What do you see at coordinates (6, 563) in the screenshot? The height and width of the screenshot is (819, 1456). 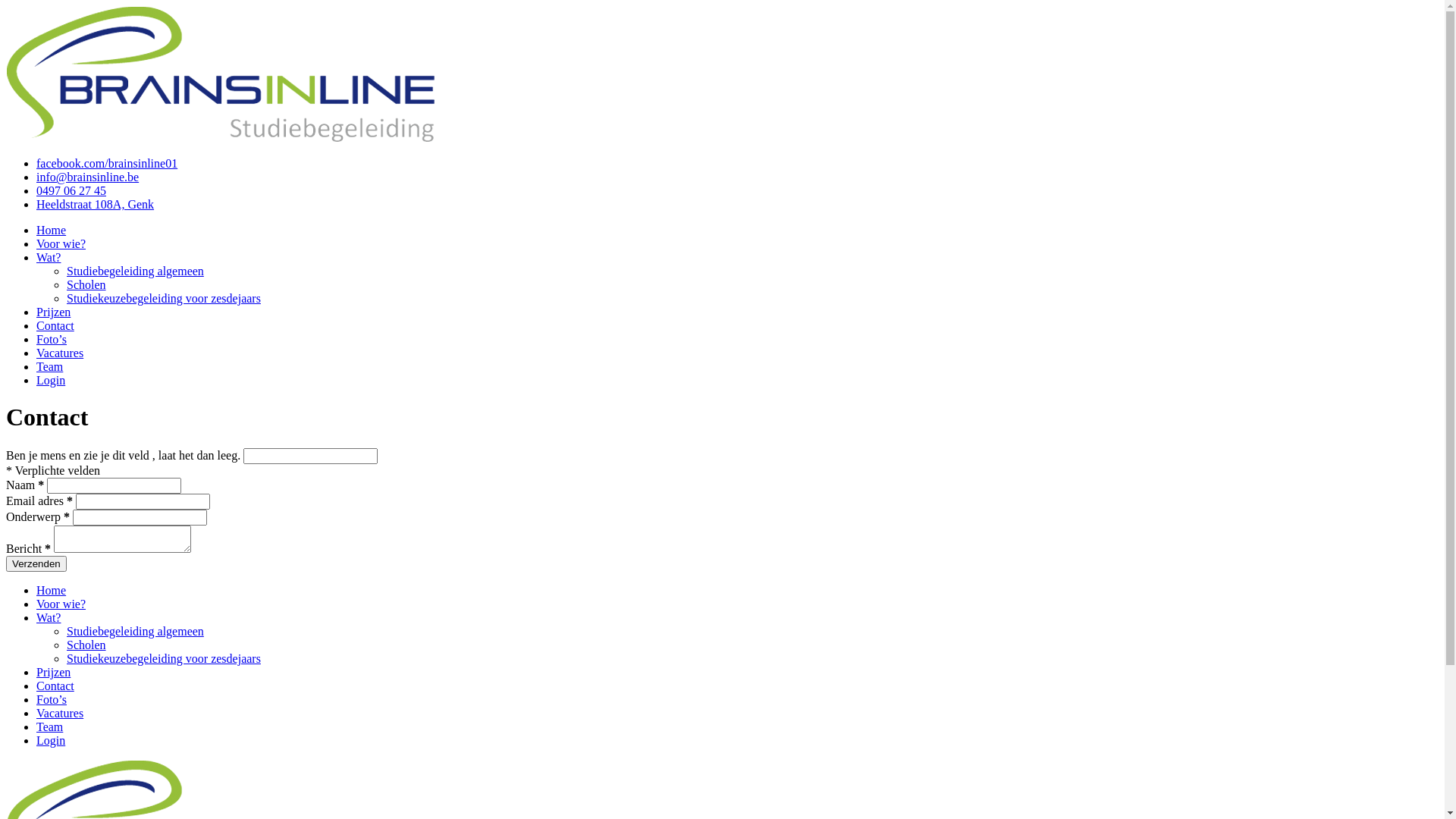 I see `'Verzenden'` at bounding box center [6, 563].